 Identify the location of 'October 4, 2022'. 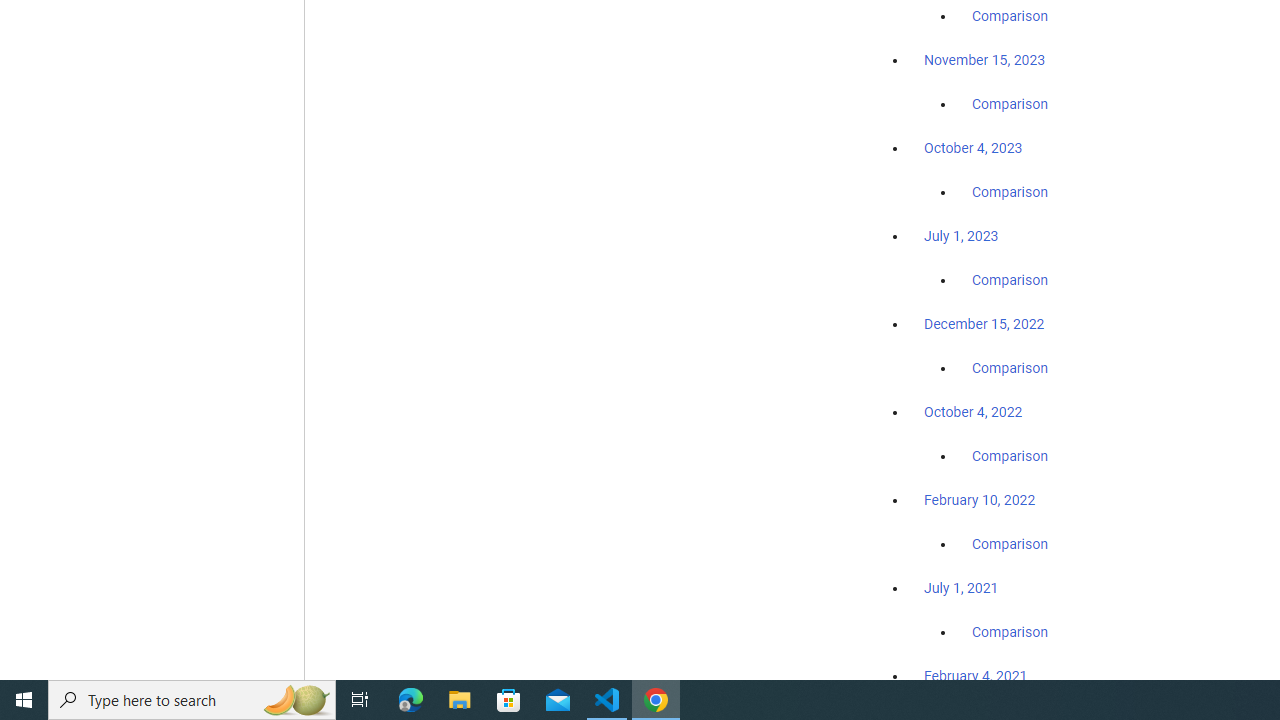
(973, 411).